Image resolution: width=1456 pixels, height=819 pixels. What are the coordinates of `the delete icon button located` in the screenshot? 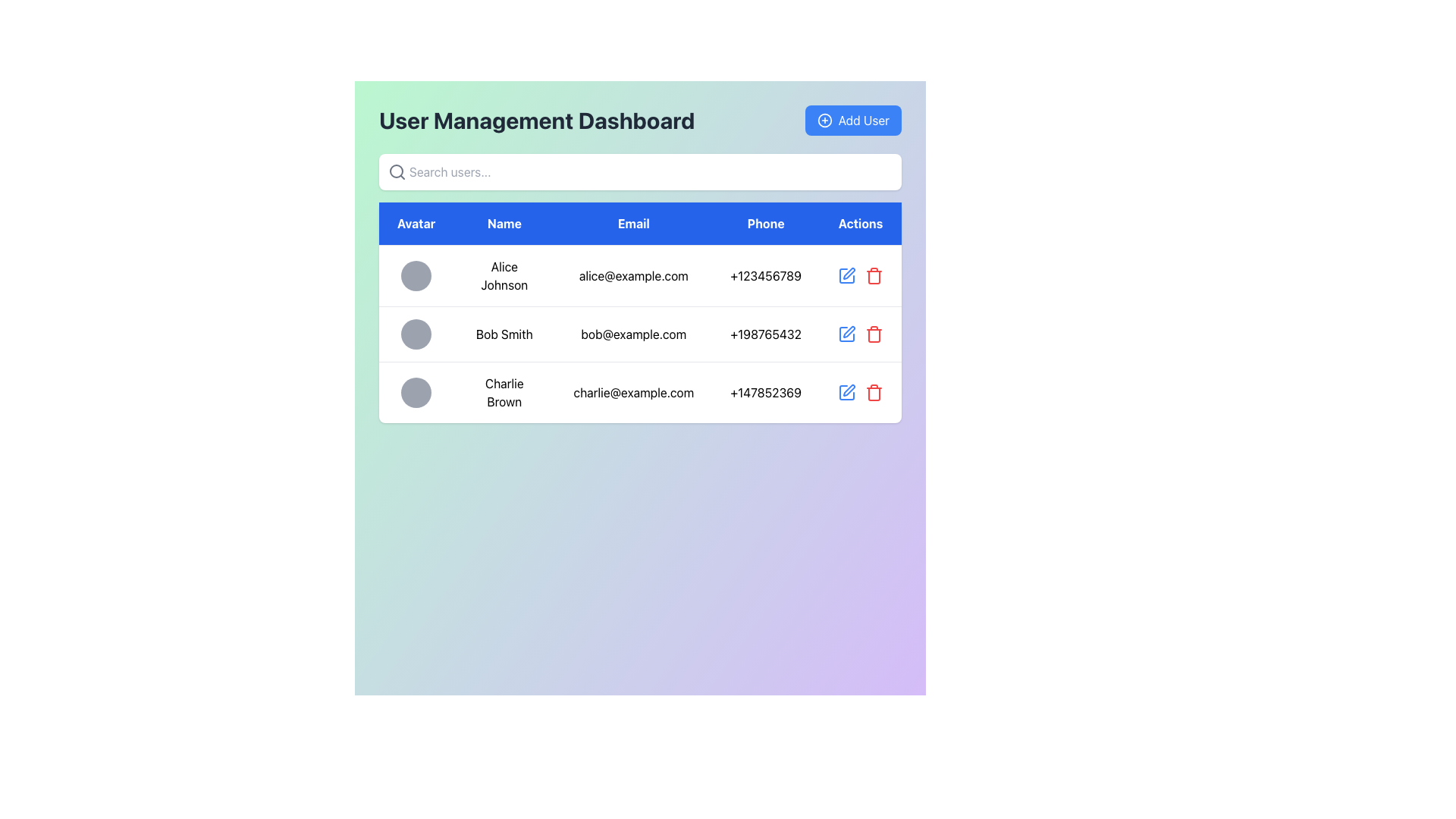 It's located at (874, 333).